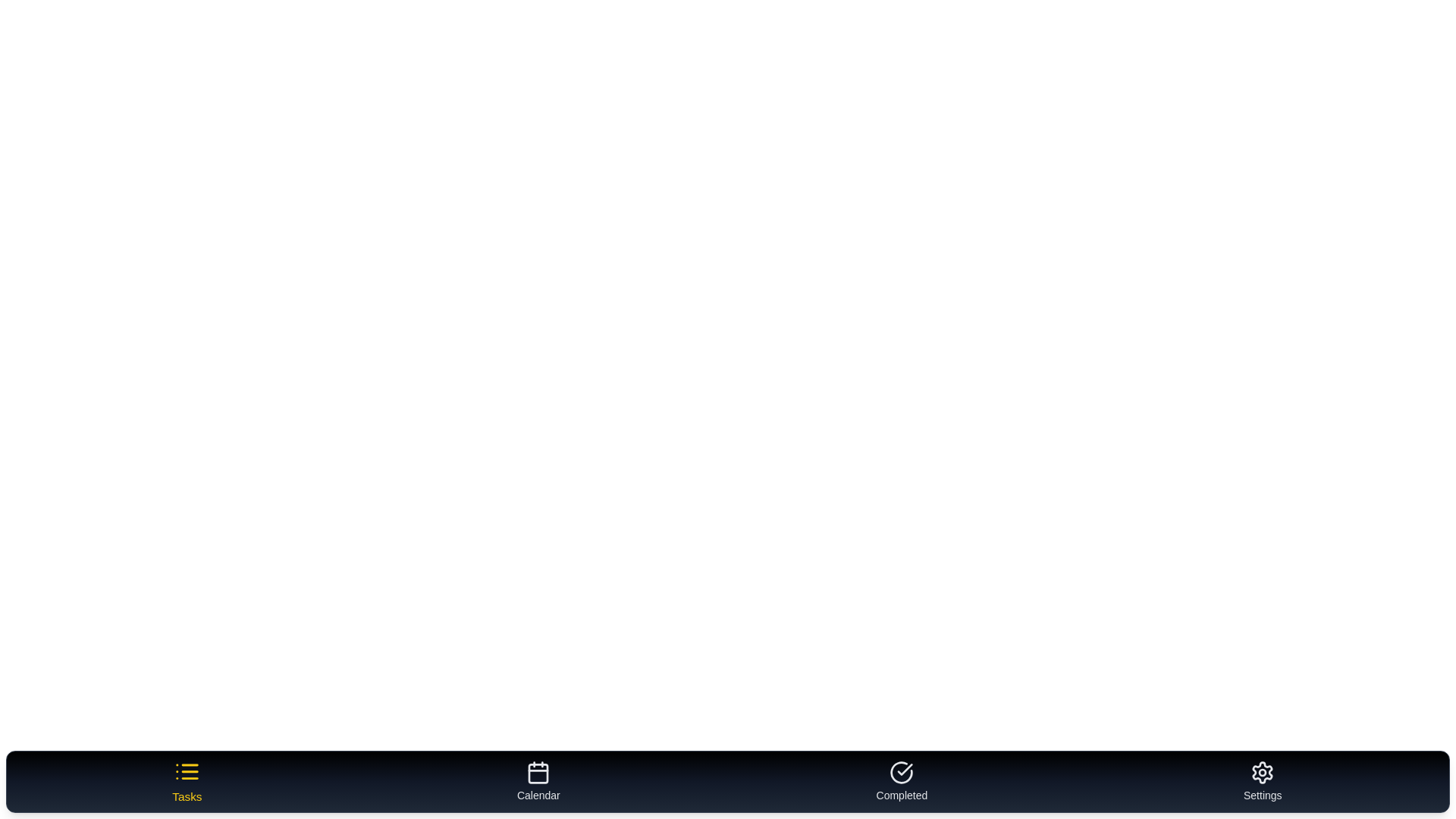 The image size is (1456, 819). I want to click on the Calendar tab by clicking on it, so click(538, 781).